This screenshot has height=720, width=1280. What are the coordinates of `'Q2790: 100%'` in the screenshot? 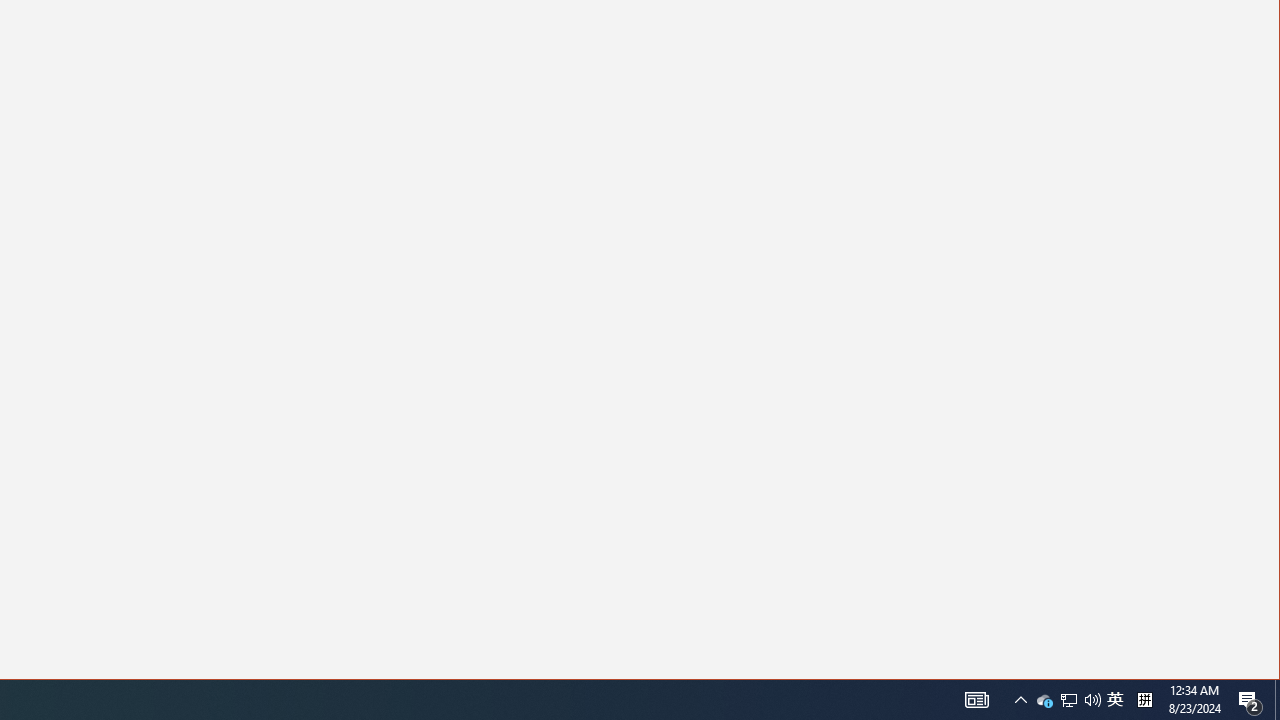 It's located at (1144, 698).